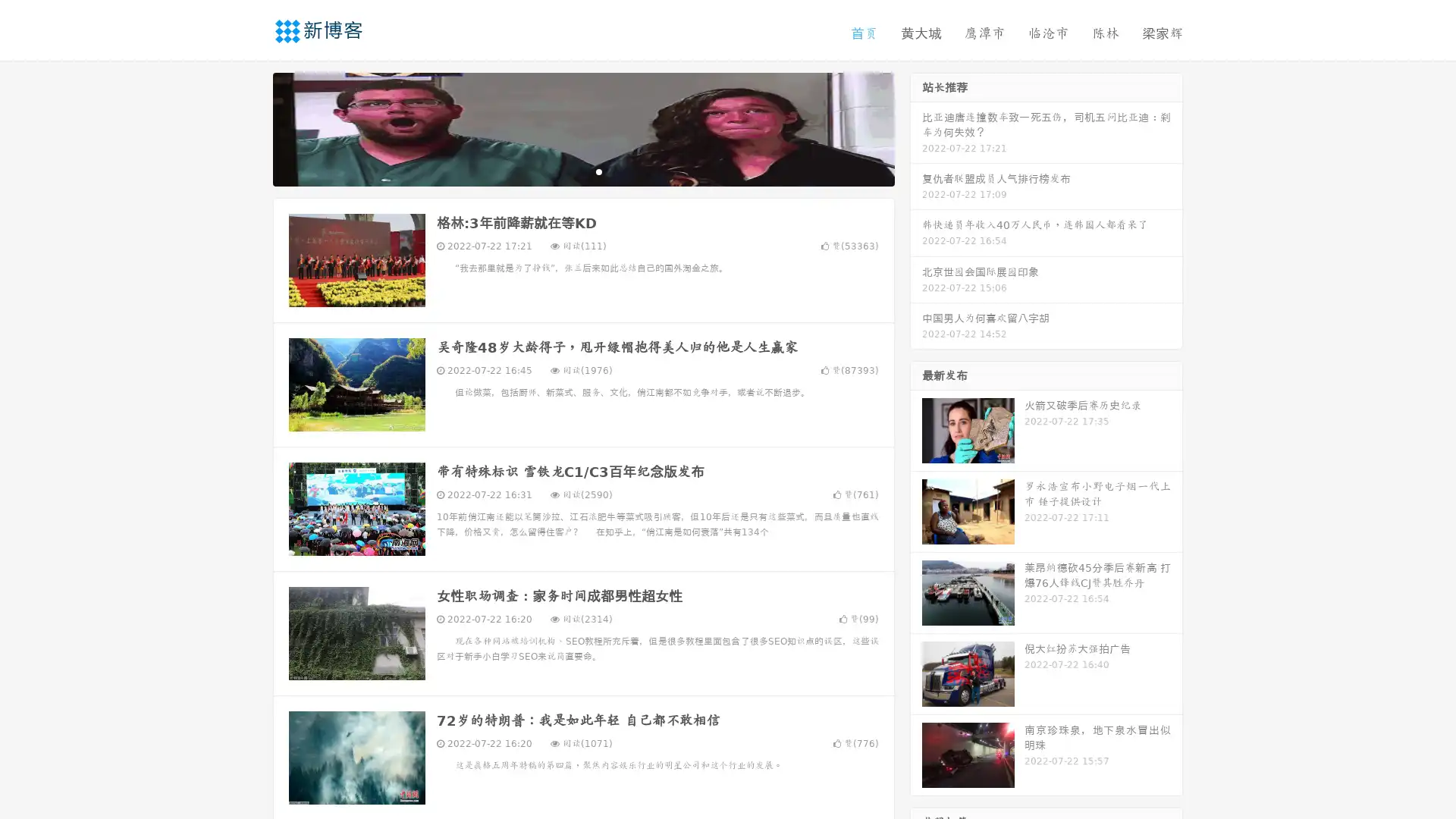 The width and height of the screenshot is (1456, 819). I want to click on Go to slide 2, so click(582, 171).